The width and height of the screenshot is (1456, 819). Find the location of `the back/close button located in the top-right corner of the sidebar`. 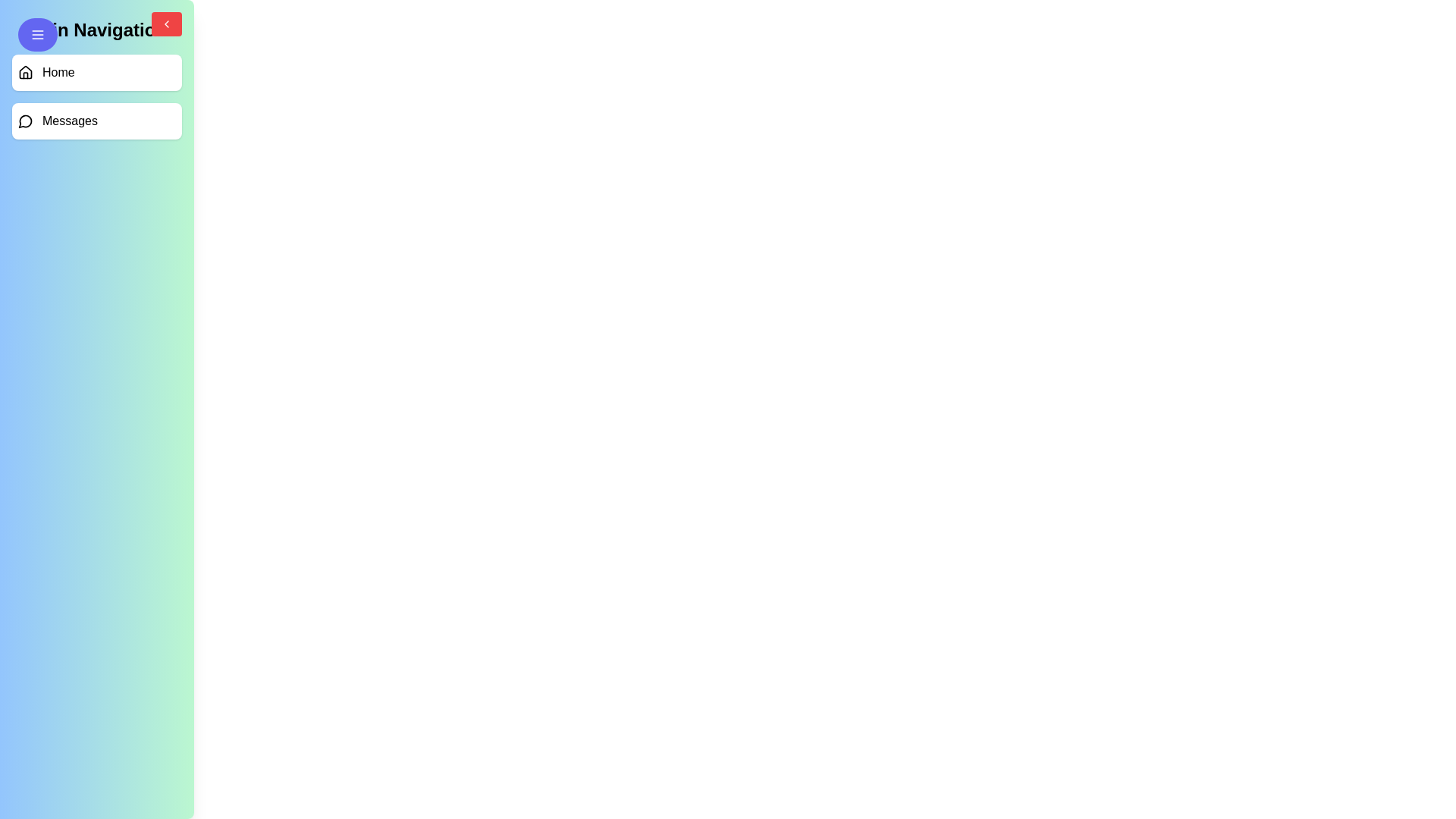

the back/close button located in the top-right corner of the sidebar is located at coordinates (167, 24).